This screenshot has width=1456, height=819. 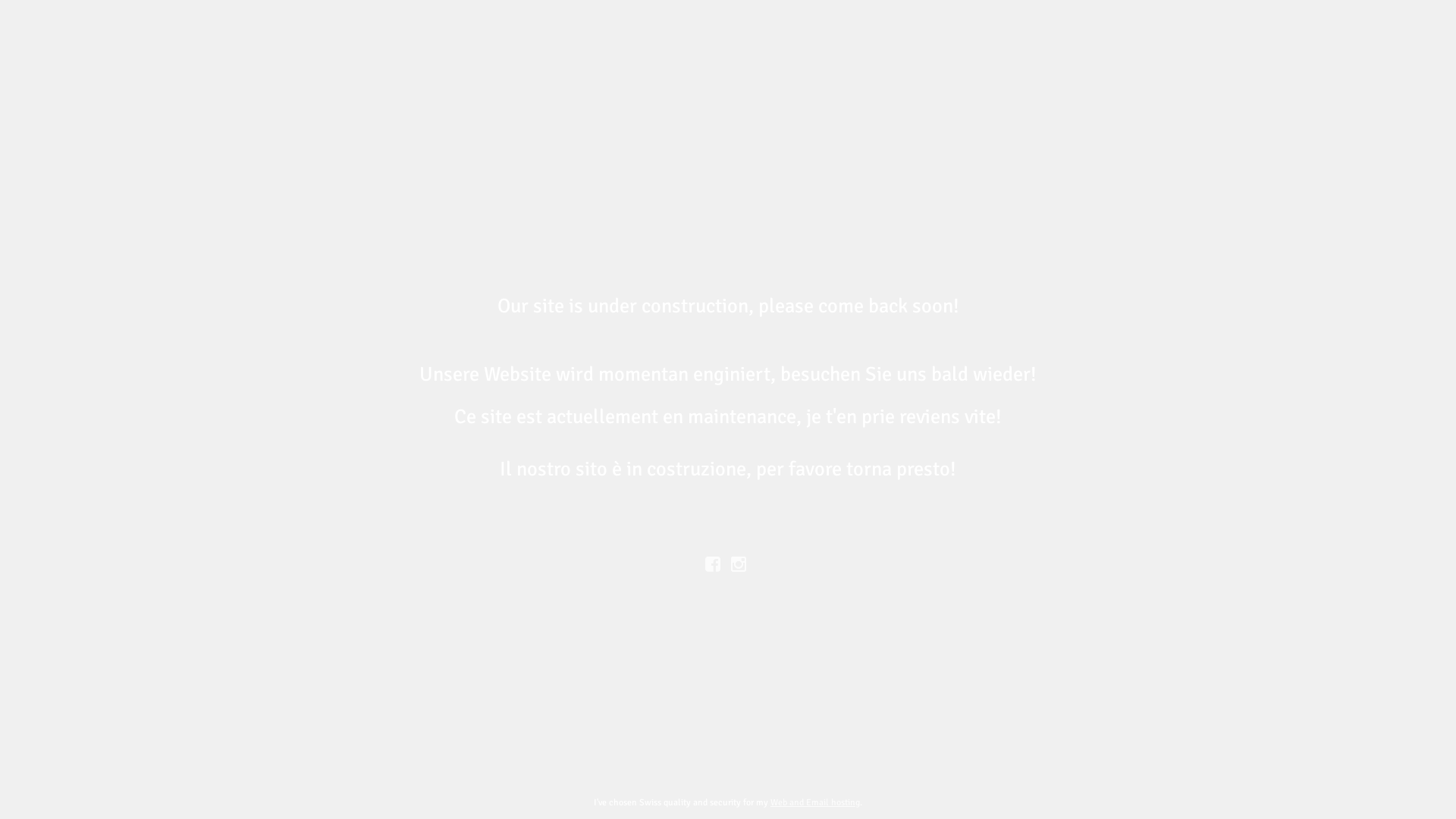 What do you see at coordinates (814, 802) in the screenshot?
I see `'Web and Email hosting'` at bounding box center [814, 802].